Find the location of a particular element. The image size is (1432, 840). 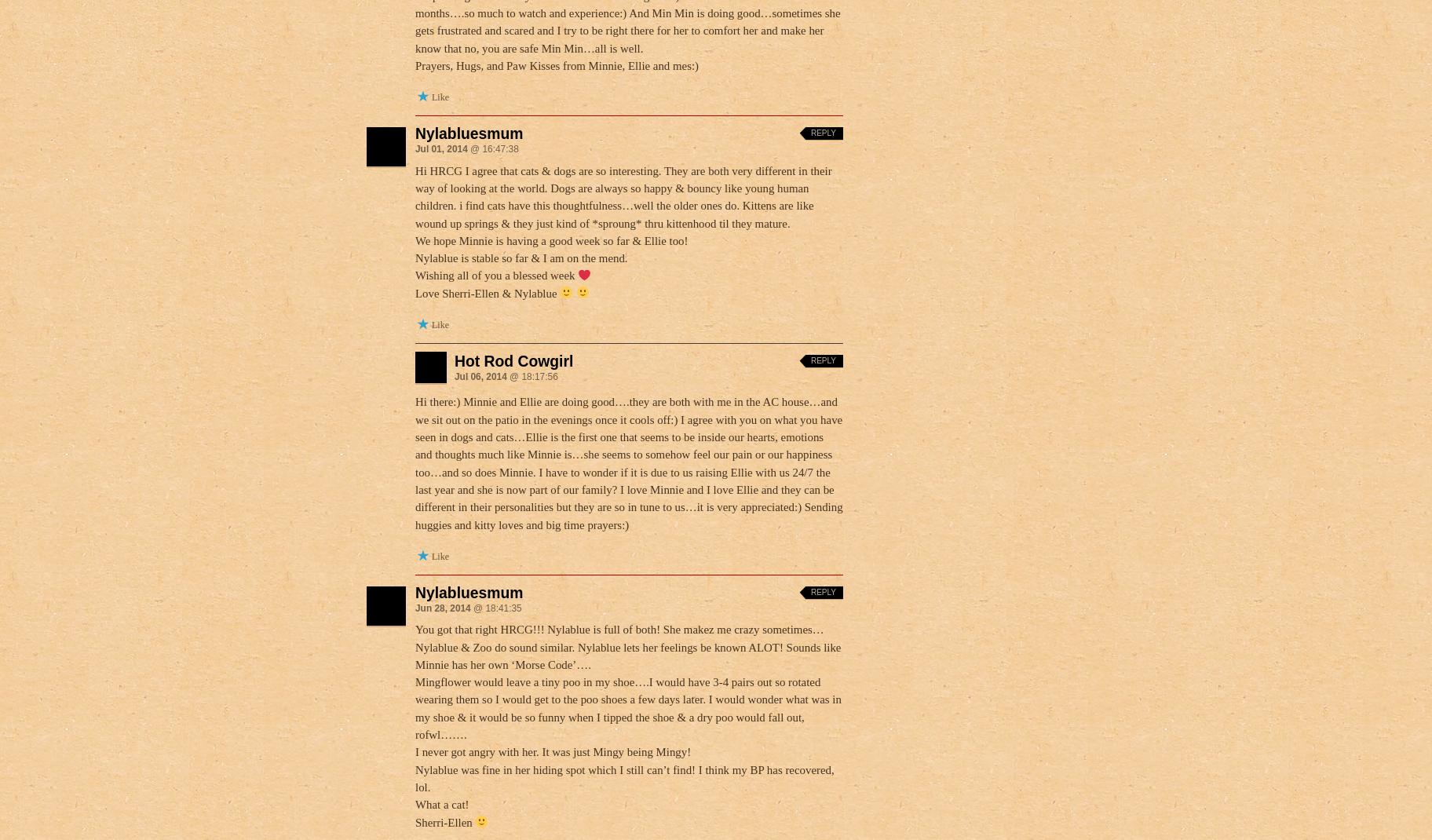

'Mingflower would leave a tiny poo in my shoe….I would have 3-4 pairs out so rotated wearing them so I would get to the poo shoes a few days later. I would wonder what was in my shoe & it would be so funny when I tipped the shoe & a dry poo would fall out, rofwl…….' is located at coordinates (628, 707).